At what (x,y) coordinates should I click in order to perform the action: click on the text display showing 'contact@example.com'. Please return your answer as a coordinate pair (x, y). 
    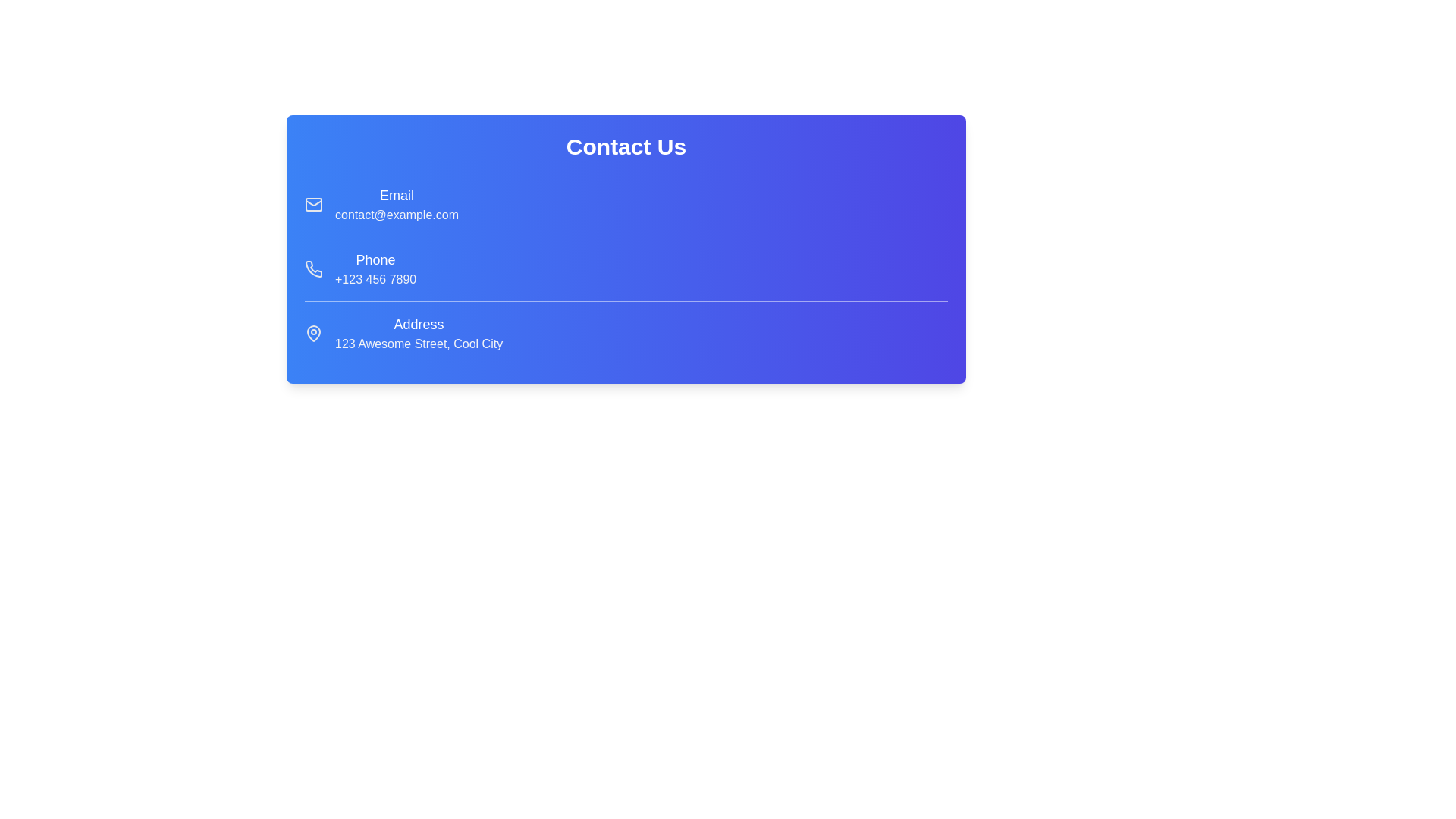
    Looking at the image, I should click on (397, 215).